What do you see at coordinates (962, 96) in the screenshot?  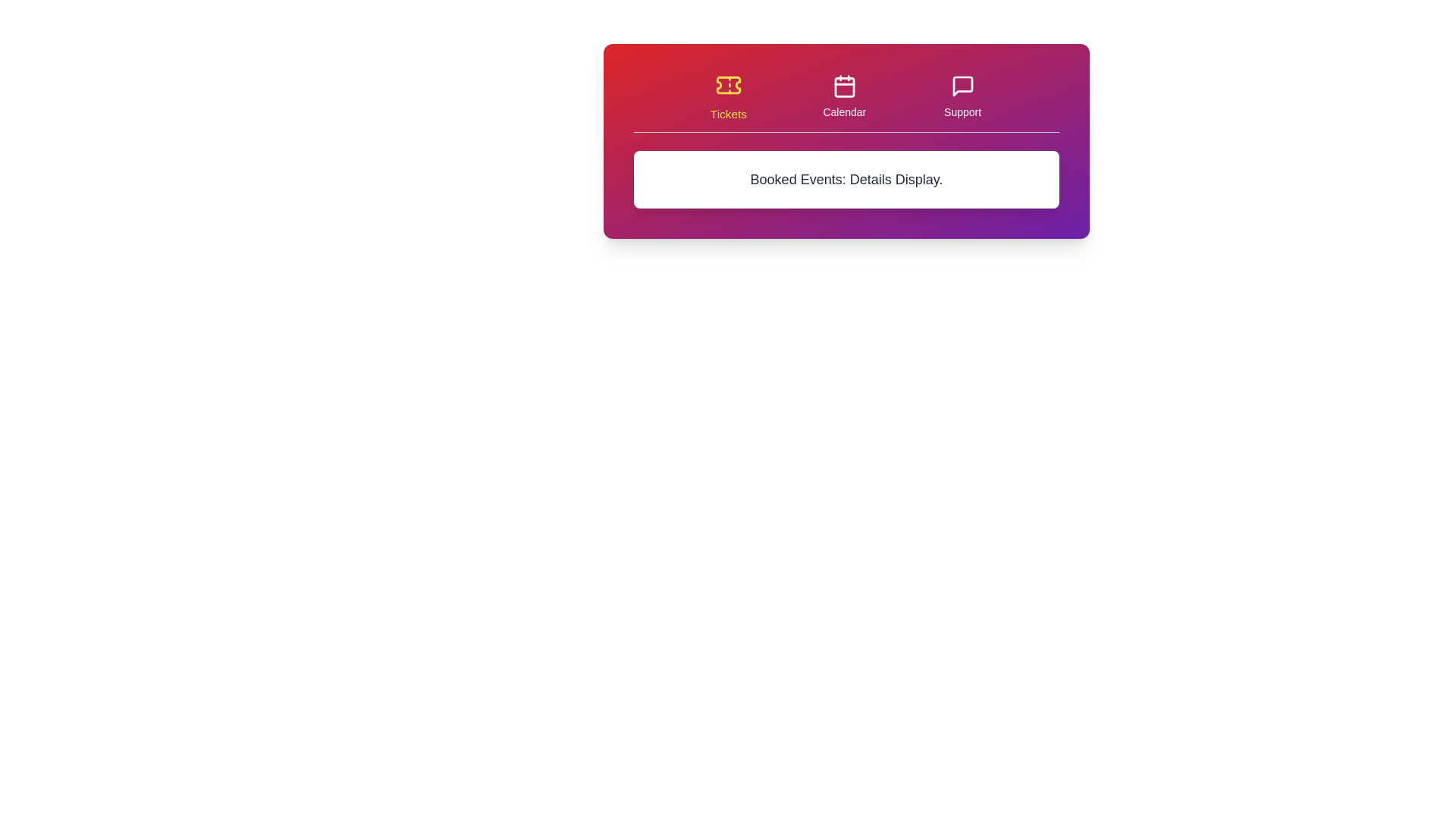 I see `the tab labeled Support to view its hover effect` at bounding box center [962, 96].